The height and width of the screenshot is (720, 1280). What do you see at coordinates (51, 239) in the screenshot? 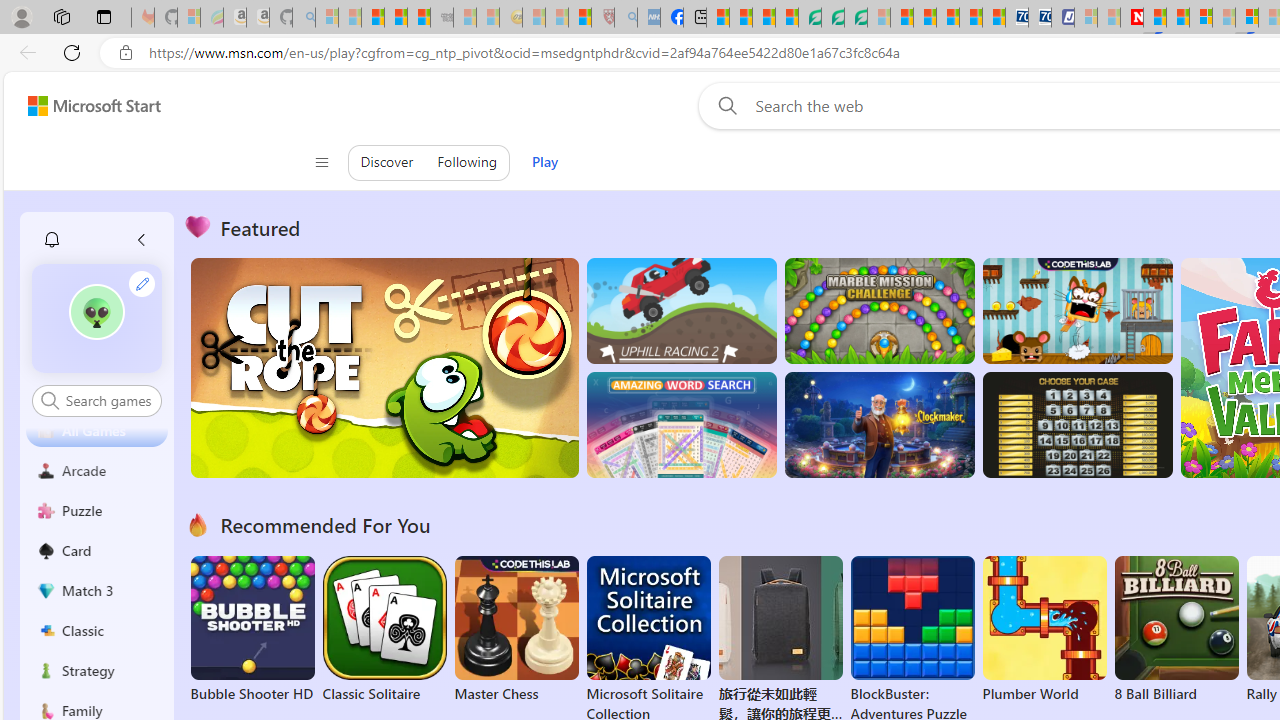
I see `'Class: notification-item'` at bounding box center [51, 239].